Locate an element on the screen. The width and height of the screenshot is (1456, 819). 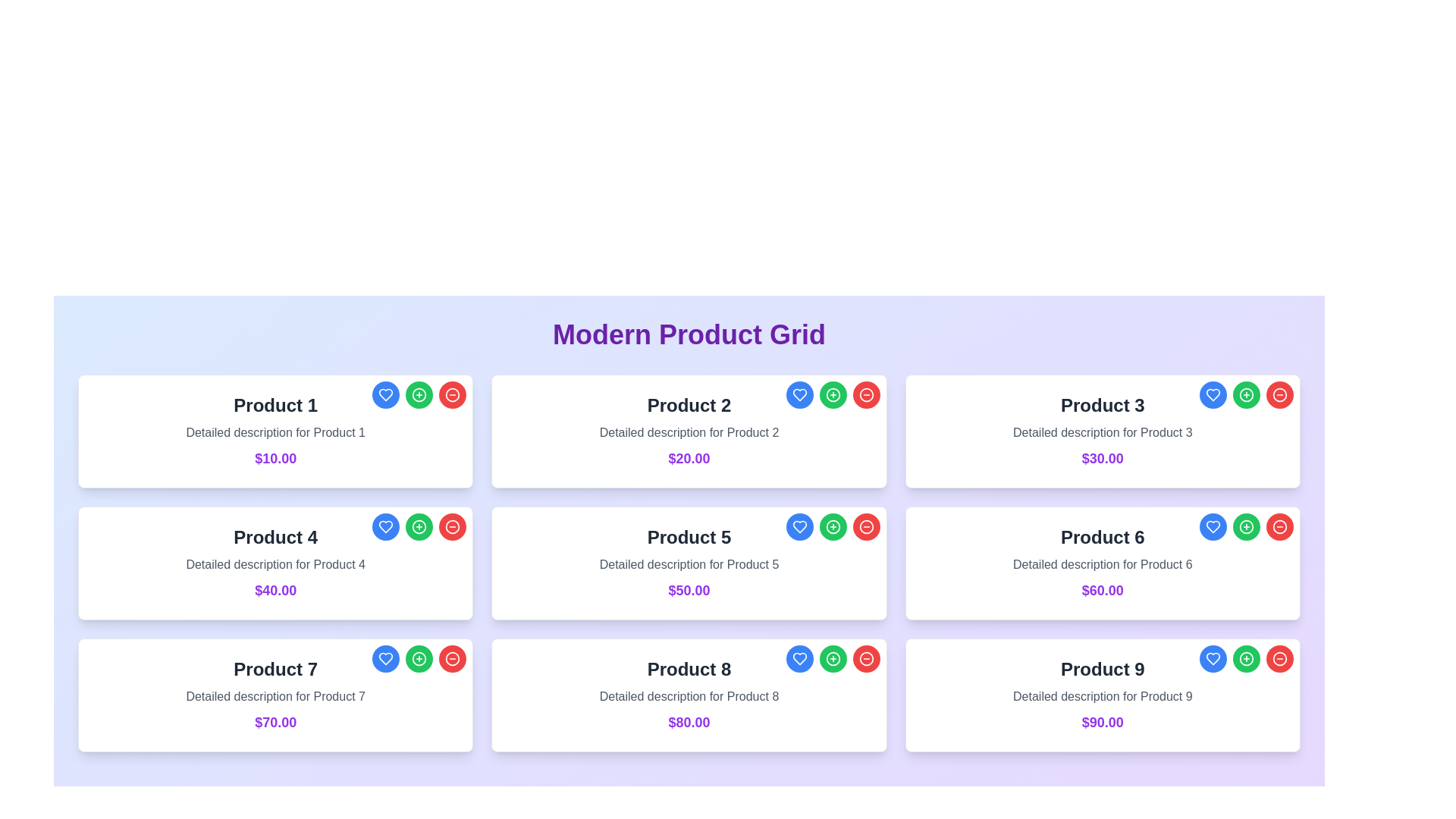
descriptive text label located in the middle text section of the 'Product 5' card, positioned below the title and above the price section is located at coordinates (688, 564).